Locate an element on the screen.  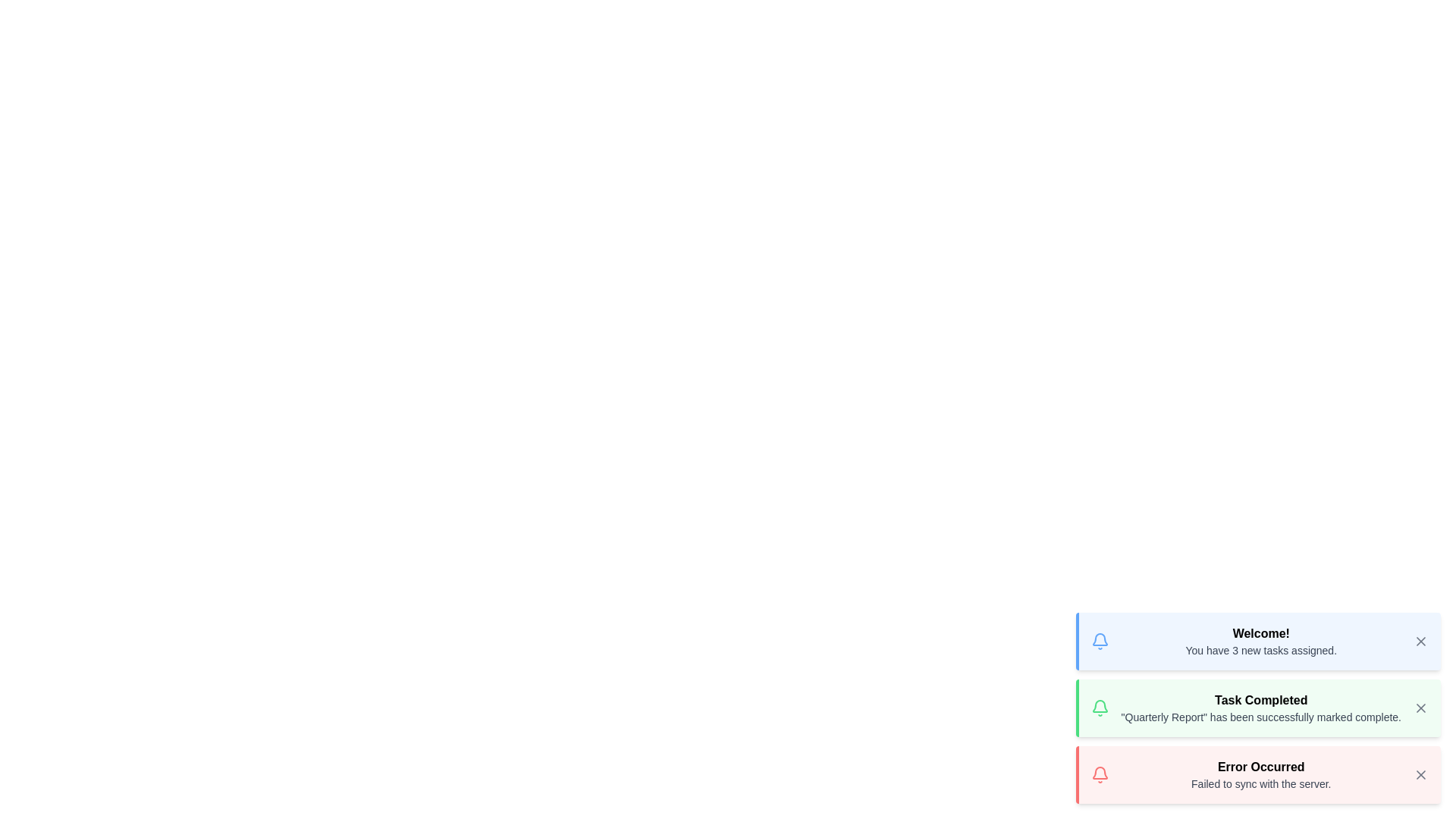
the dismiss icon button located in the upper-right corner of the notification card that indicates 'Task Completed' and displays the message 'Quarterly Report has been successfully marked complete.' is located at coordinates (1420, 708).